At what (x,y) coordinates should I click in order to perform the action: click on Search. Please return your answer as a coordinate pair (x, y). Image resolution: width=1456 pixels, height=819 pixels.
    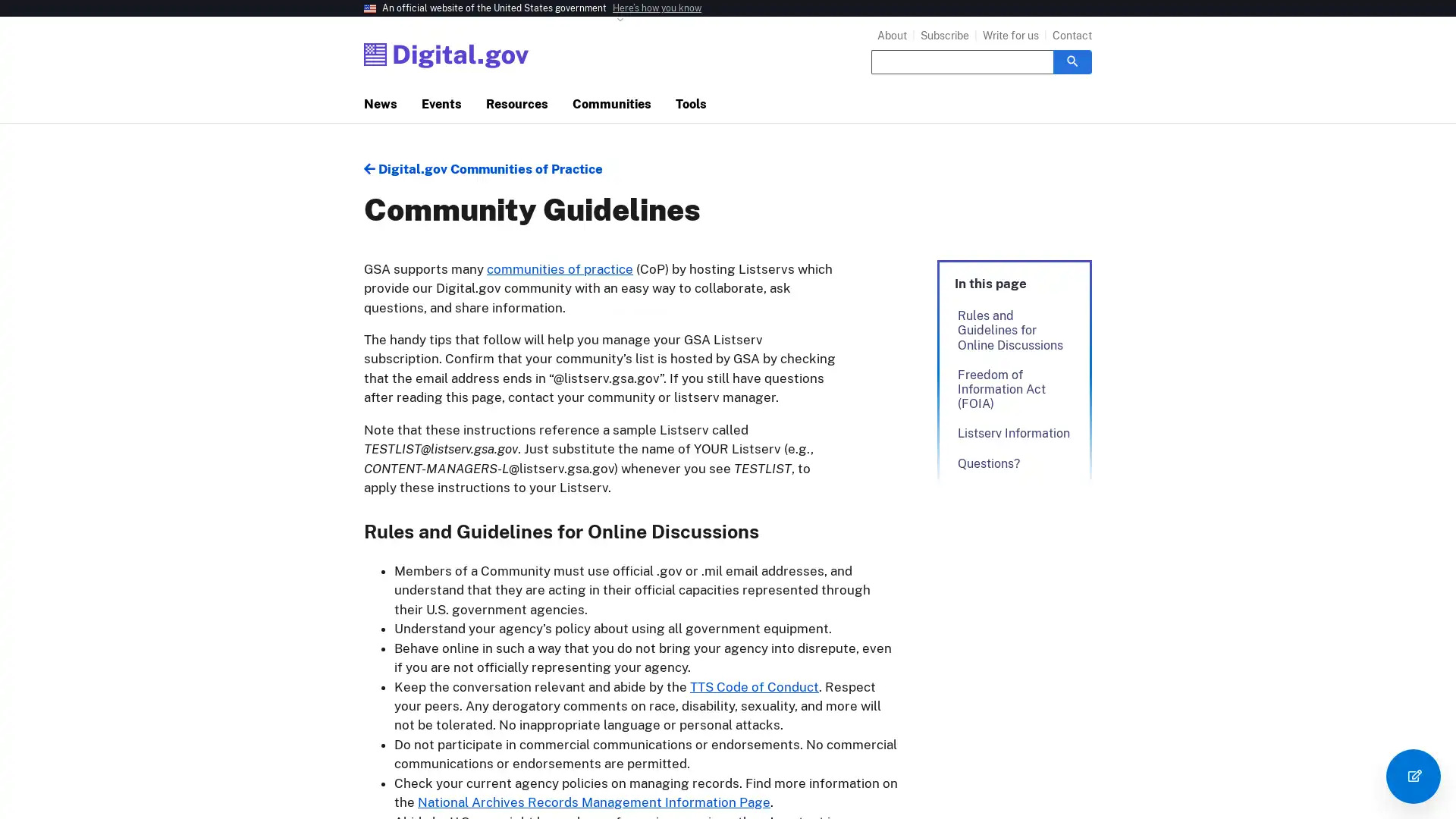
    Looking at the image, I should click on (1072, 61).